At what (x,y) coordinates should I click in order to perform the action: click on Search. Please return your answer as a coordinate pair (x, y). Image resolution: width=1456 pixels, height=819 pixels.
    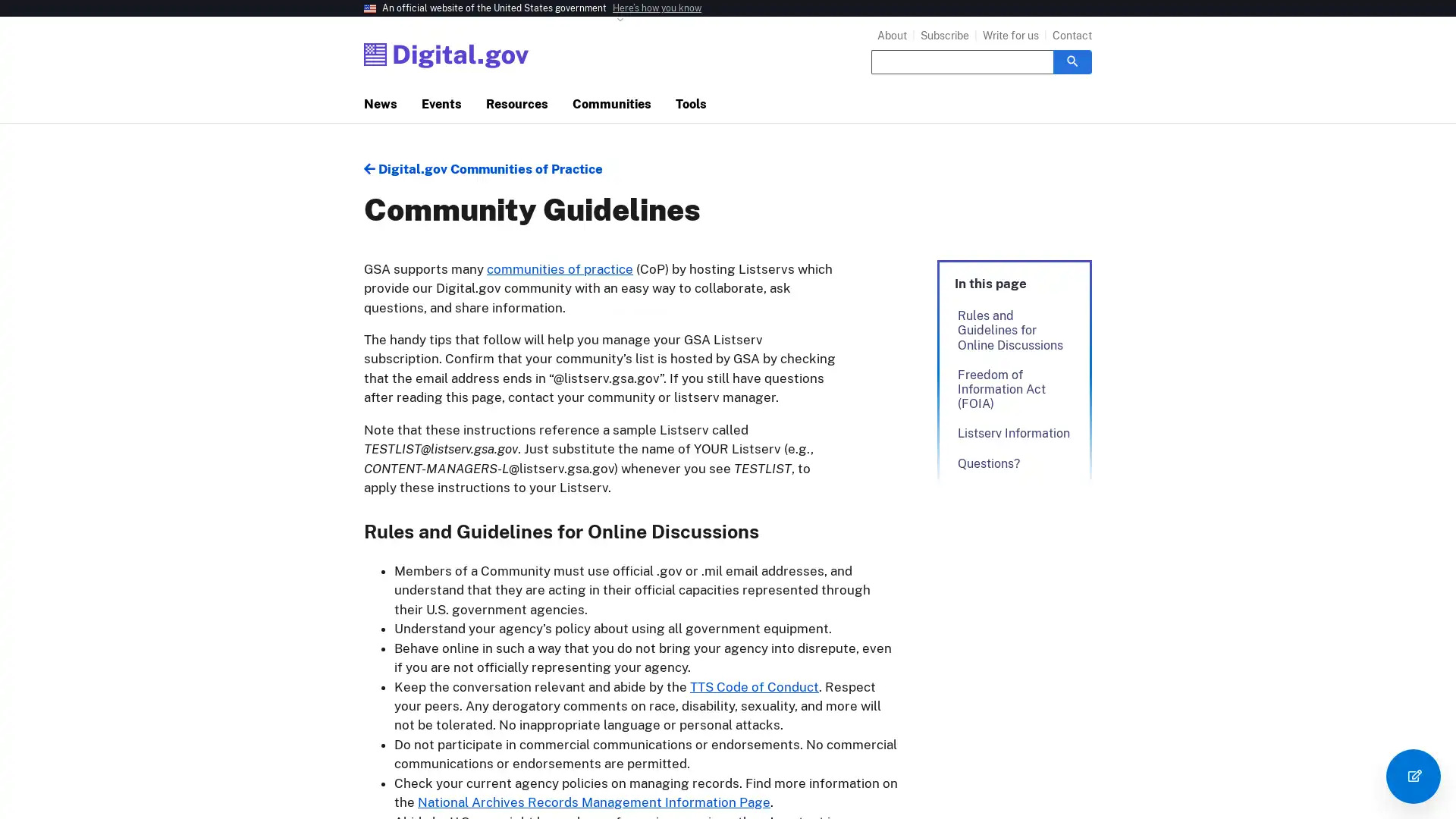
    Looking at the image, I should click on (1072, 61).